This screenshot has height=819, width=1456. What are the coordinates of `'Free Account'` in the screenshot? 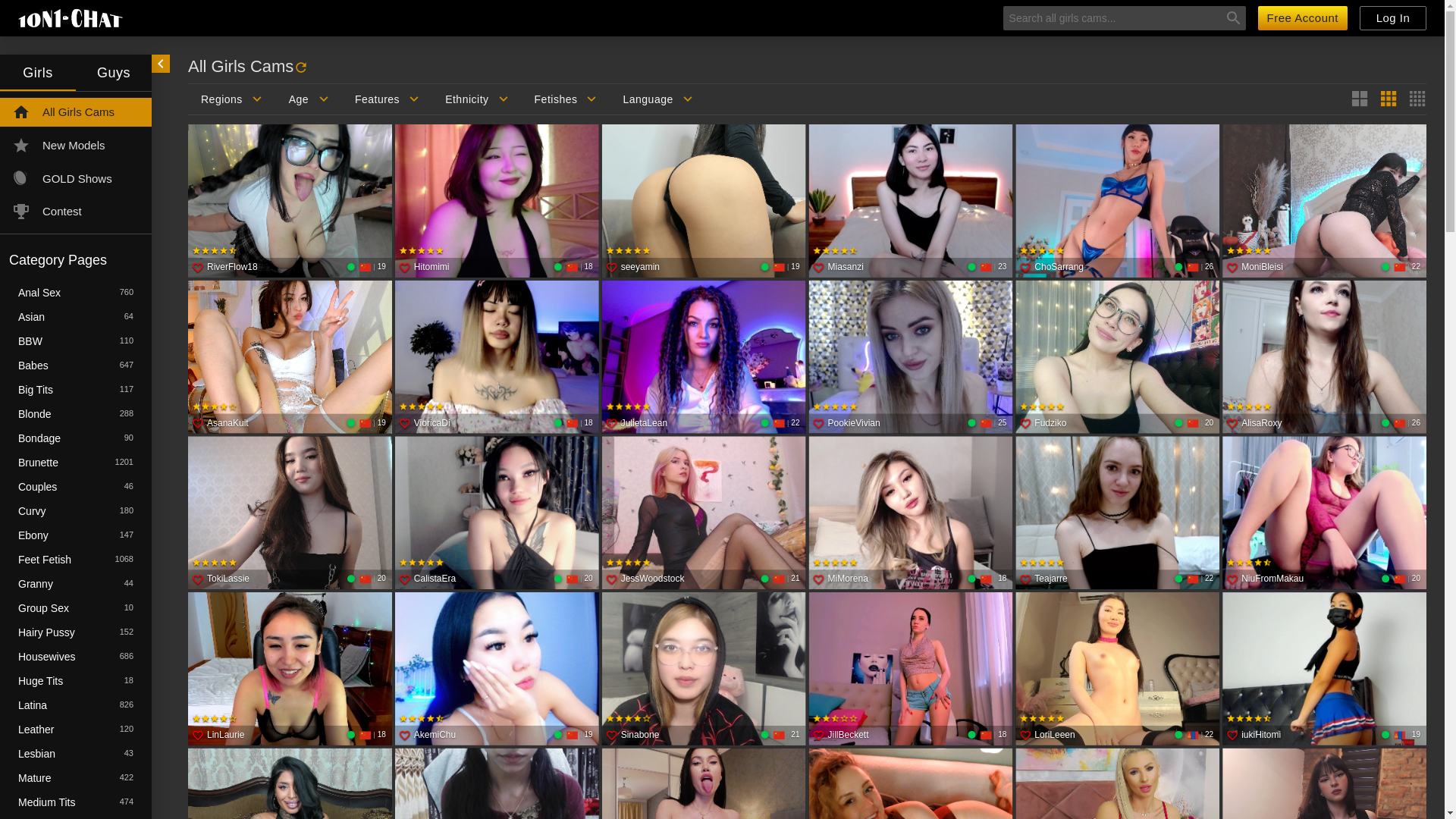 It's located at (1302, 17).